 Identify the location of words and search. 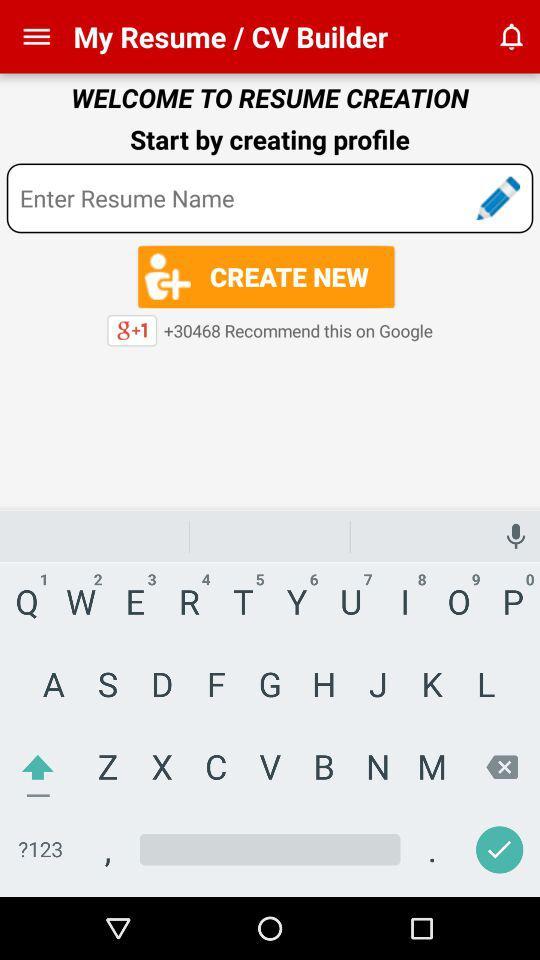
(270, 198).